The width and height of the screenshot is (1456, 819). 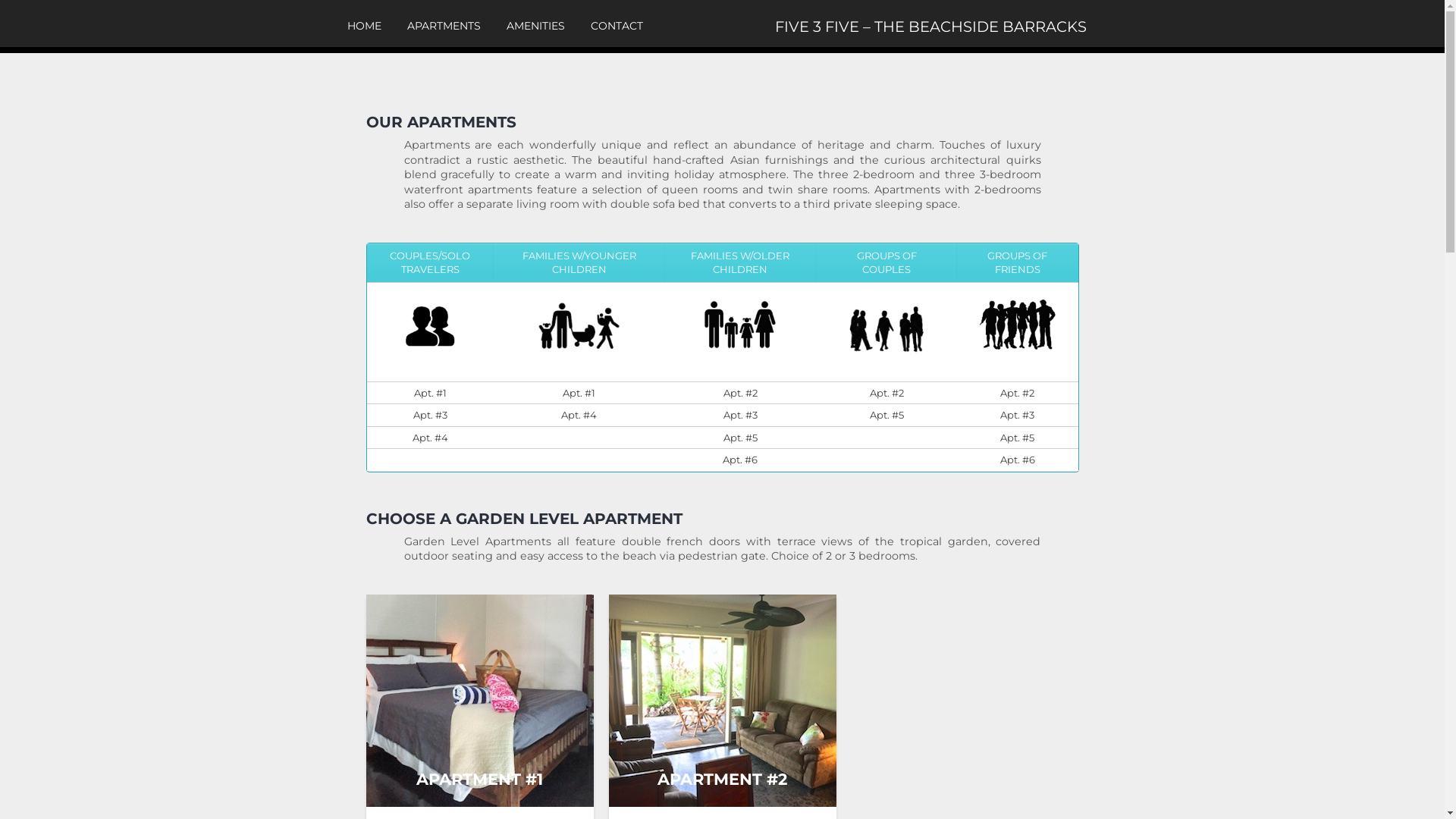 I want to click on 'AMENITIES', so click(x=535, y=26).